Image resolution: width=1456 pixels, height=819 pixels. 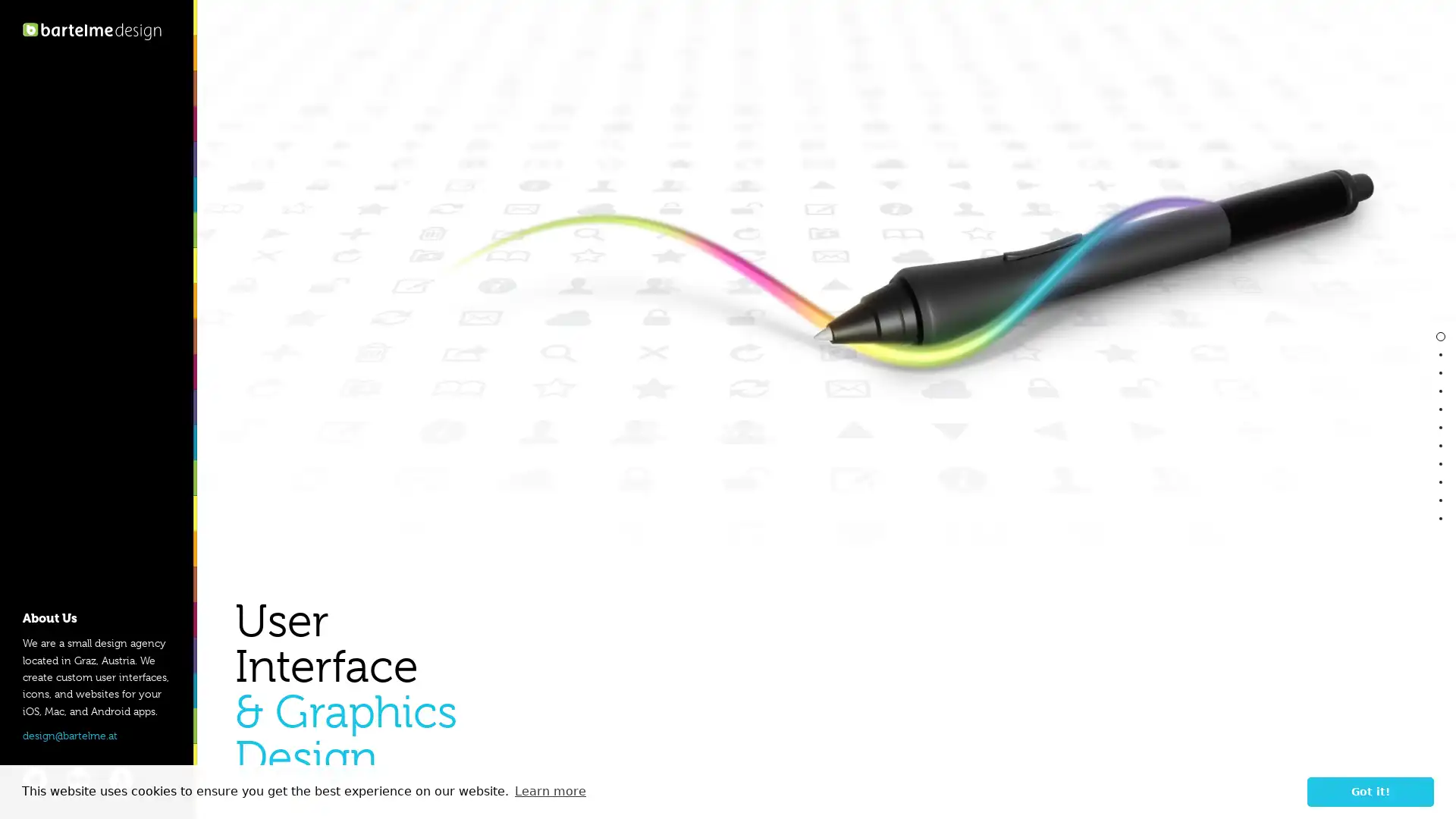 What do you see at coordinates (549, 791) in the screenshot?
I see `learn more about cookies` at bounding box center [549, 791].